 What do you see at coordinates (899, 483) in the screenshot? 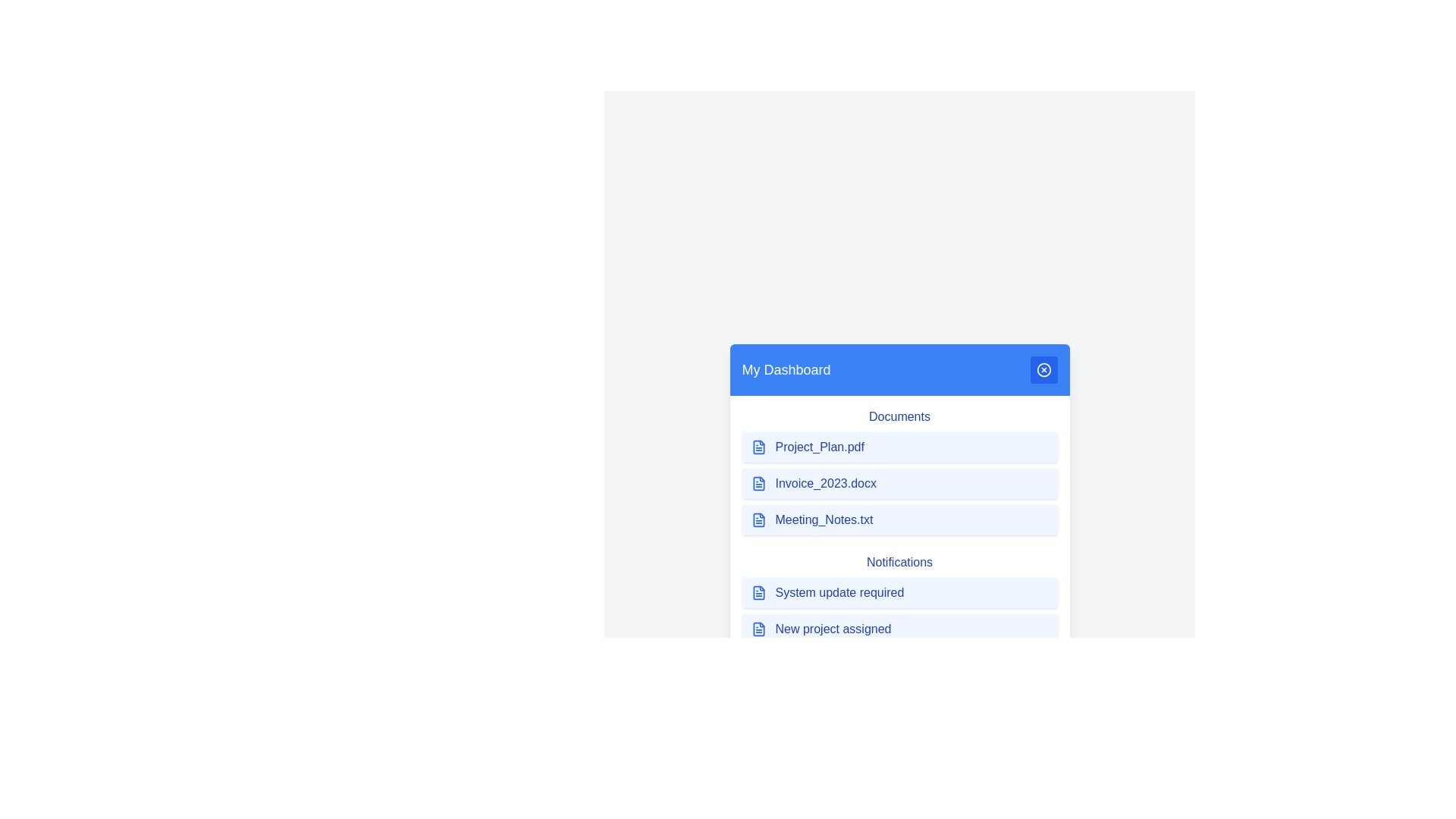
I see `the item Invoice_2023.docx from the menu` at bounding box center [899, 483].